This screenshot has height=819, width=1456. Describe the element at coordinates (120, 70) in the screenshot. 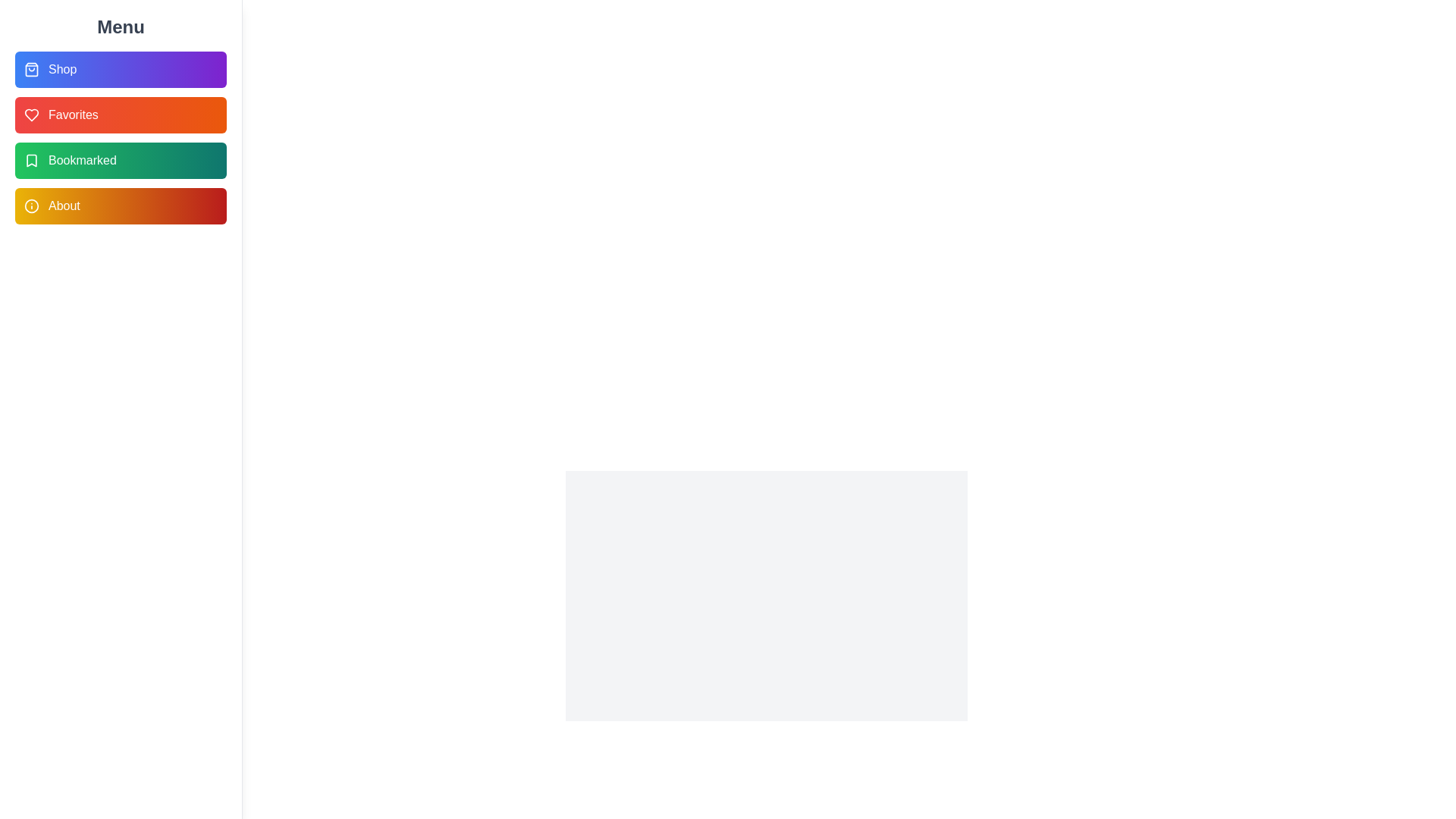

I see `the Shop menu item` at that location.